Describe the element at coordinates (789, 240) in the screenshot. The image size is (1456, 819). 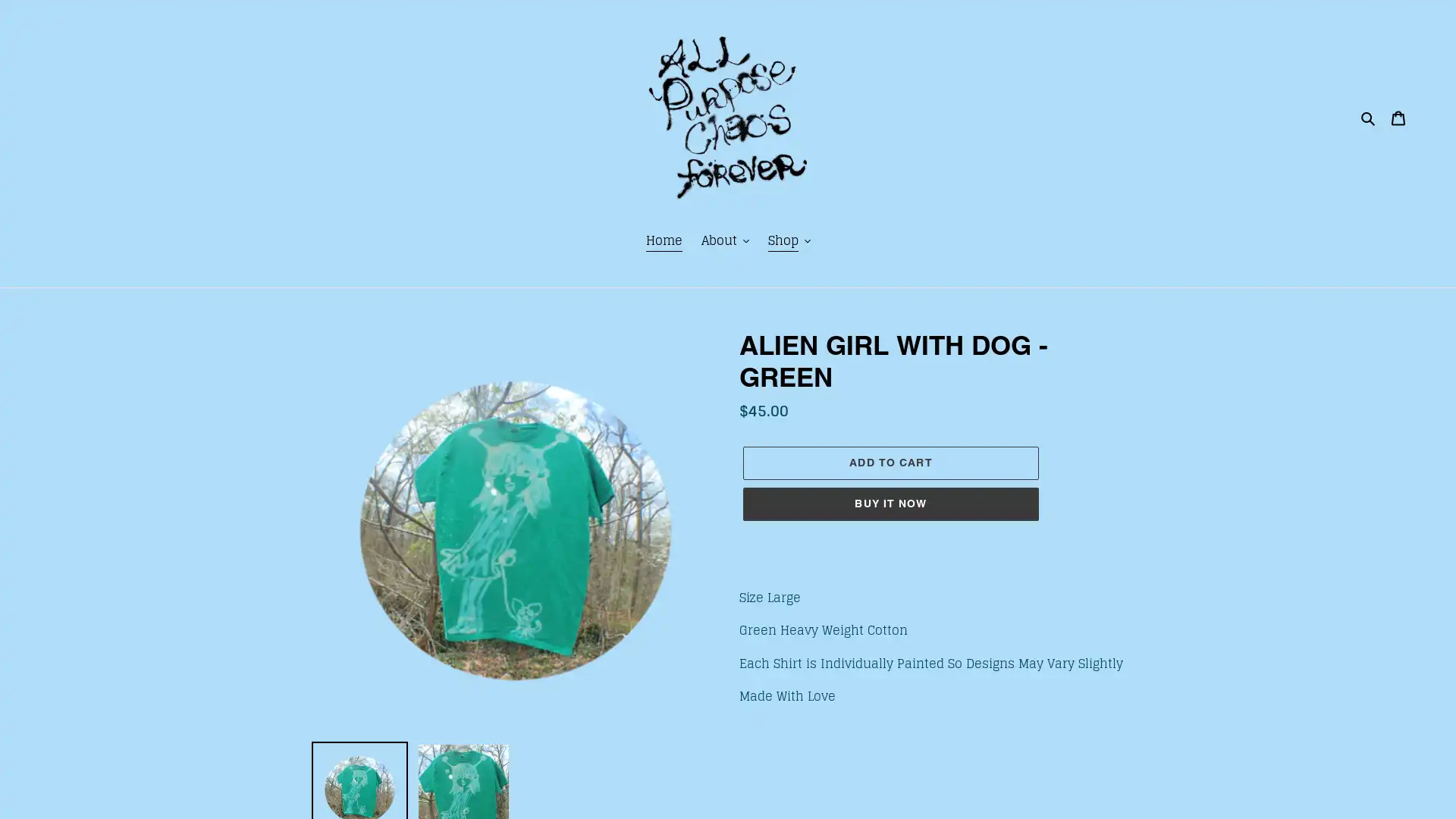
I see `Shop` at that location.